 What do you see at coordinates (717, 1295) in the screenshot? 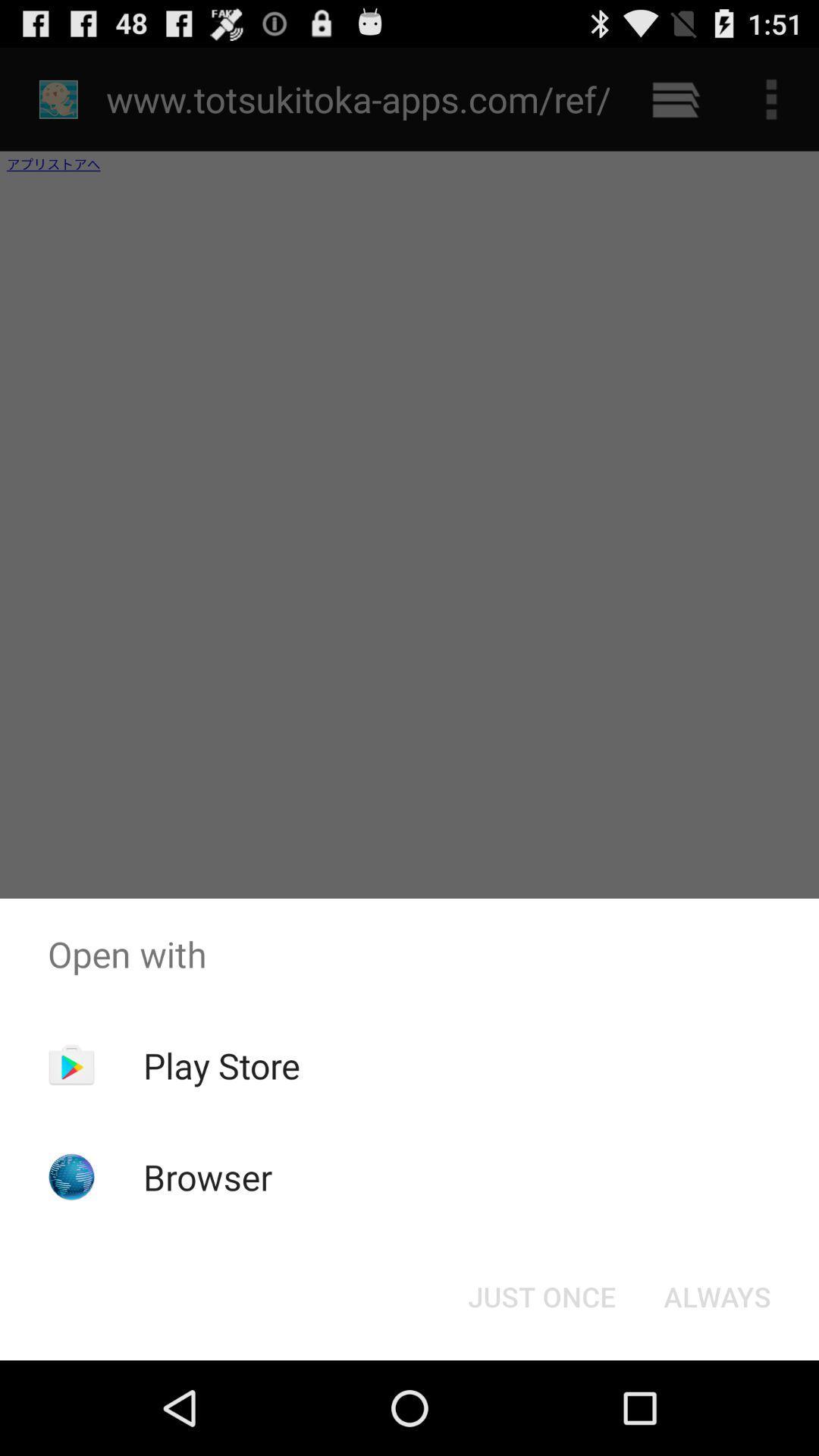
I see `item next to the just once button` at bounding box center [717, 1295].